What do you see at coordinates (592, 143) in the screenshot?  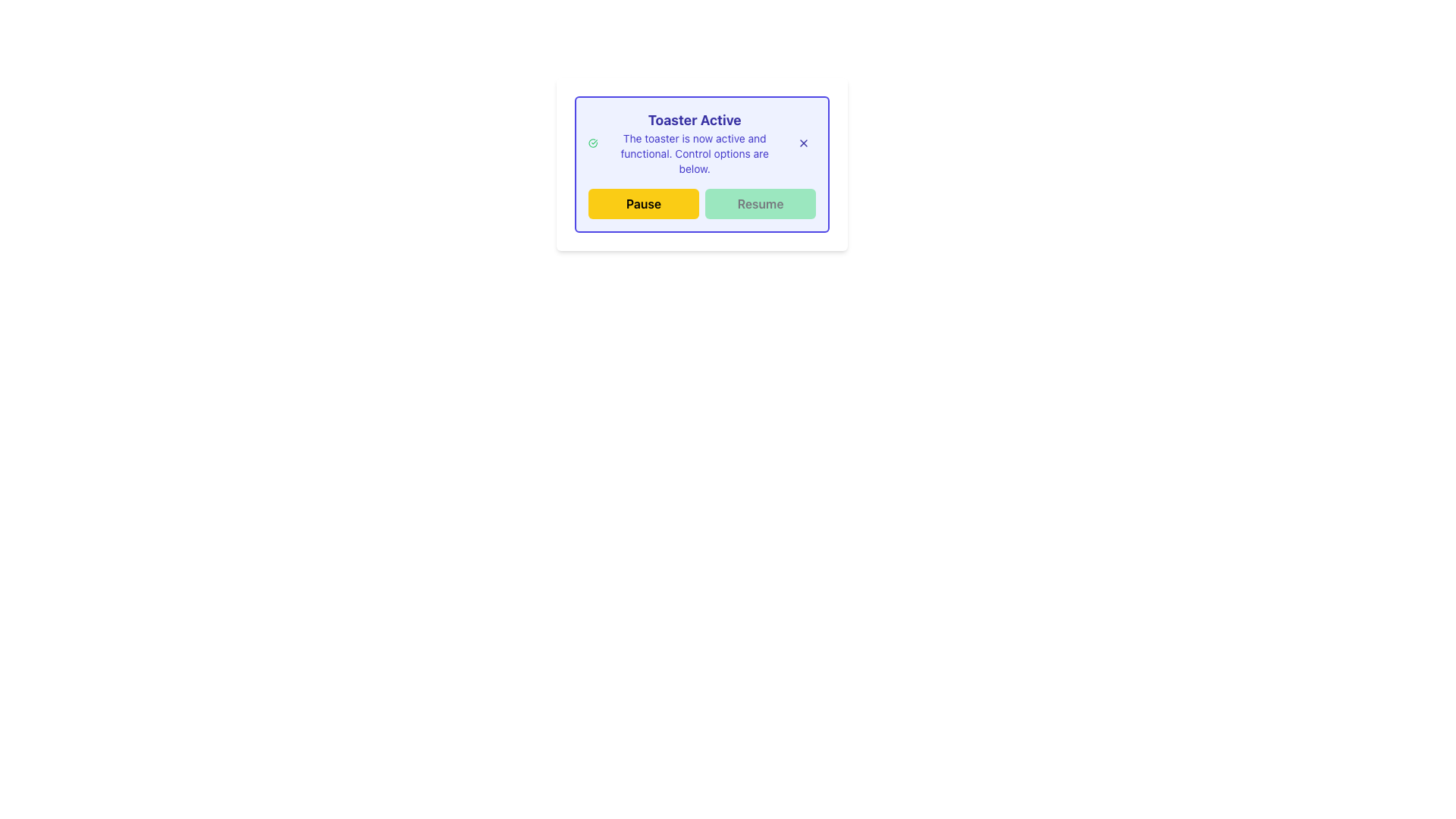 I see `the circular green icon with a checkmark located to the left of the 'Toaster Active' text within the card component` at bounding box center [592, 143].